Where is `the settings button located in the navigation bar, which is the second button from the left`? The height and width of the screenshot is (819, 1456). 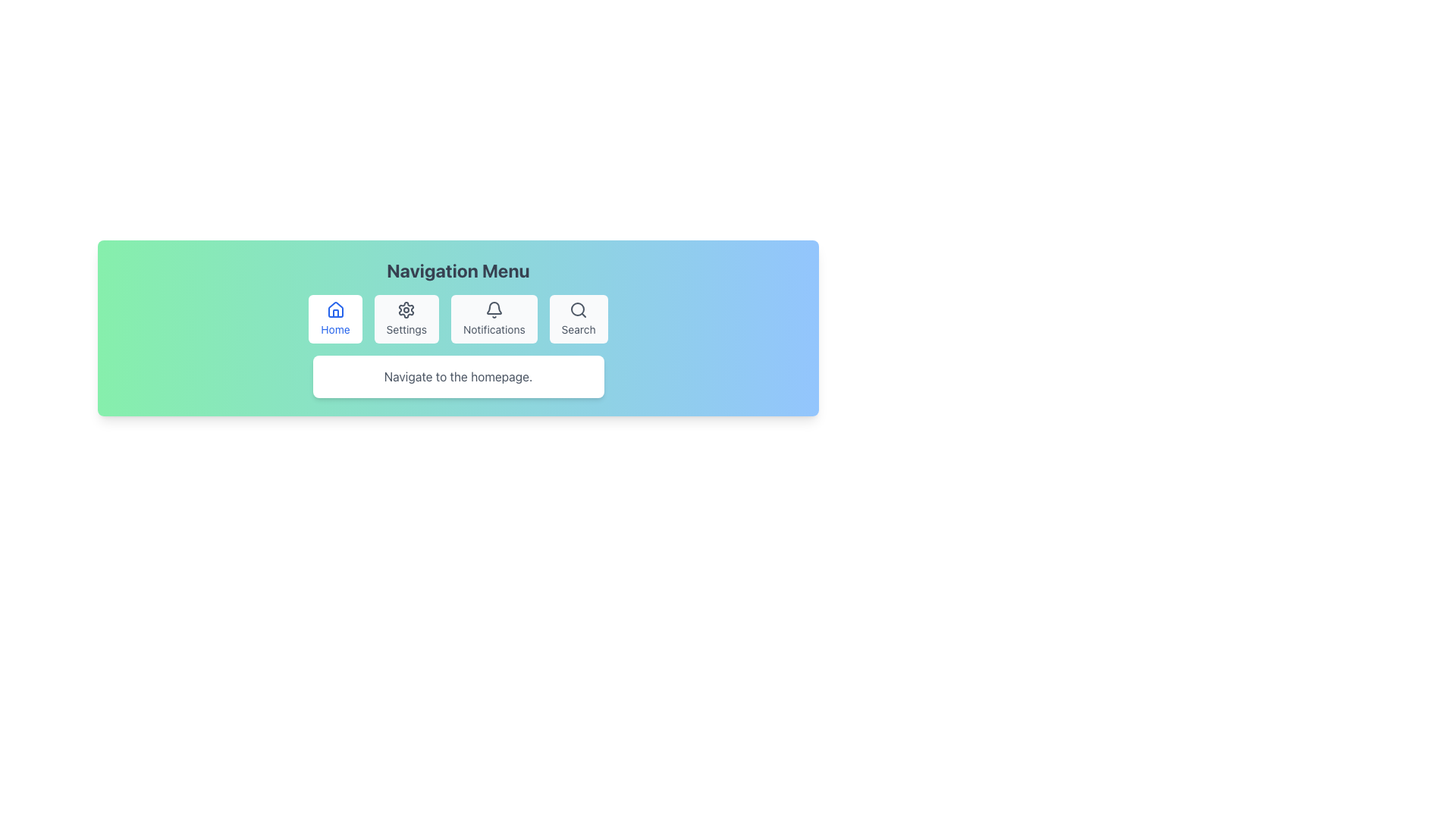 the settings button located in the navigation bar, which is the second button from the left is located at coordinates (406, 318).